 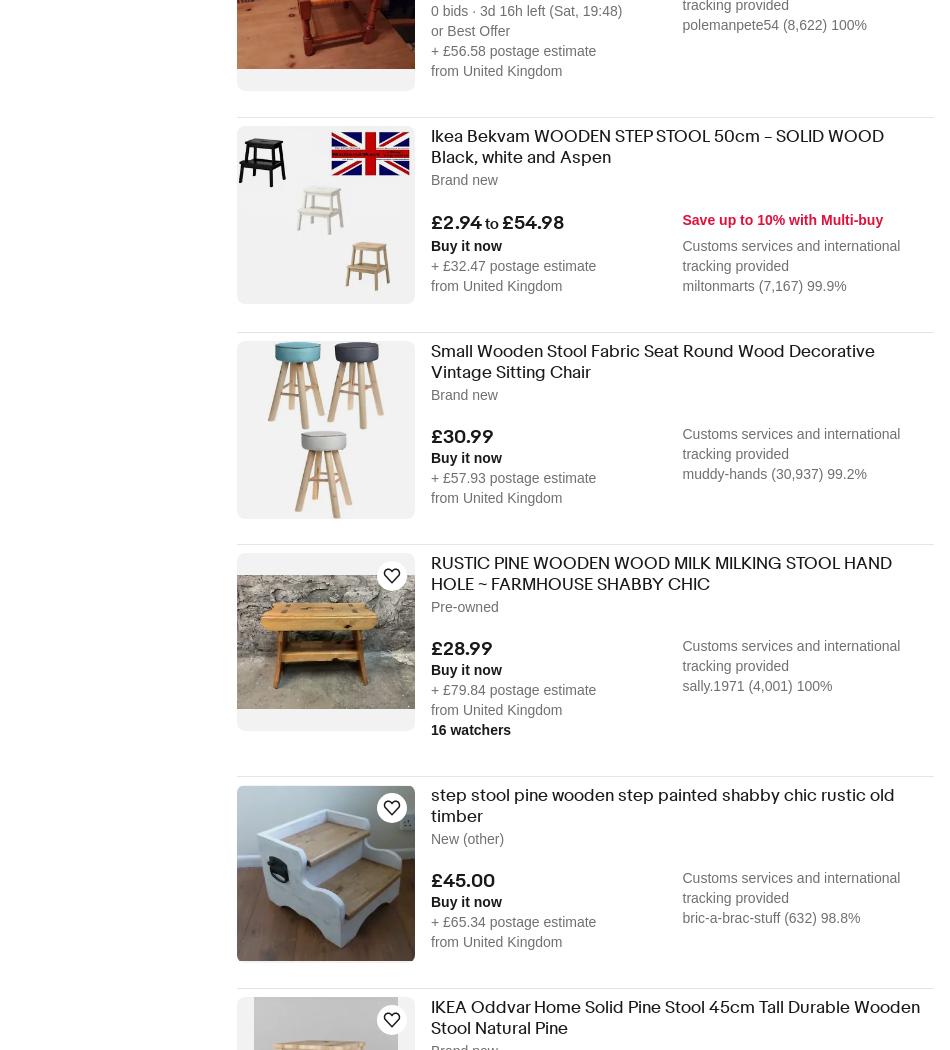 I want to click on '+ £79.84 postage estimate', so click(x=513, y=689).